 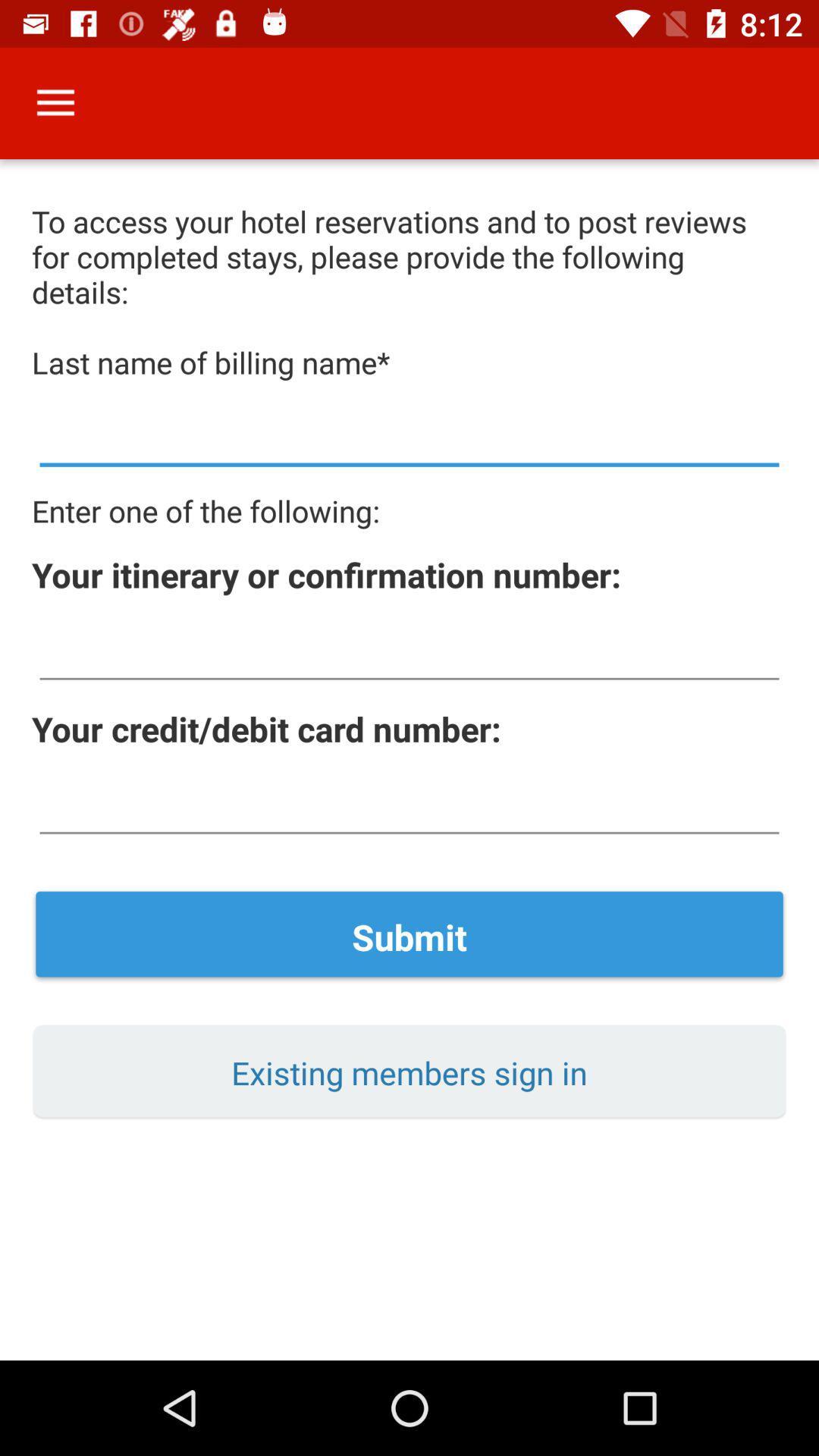 I want to click on the icon below the submit item, so click(x=409, y=1072).